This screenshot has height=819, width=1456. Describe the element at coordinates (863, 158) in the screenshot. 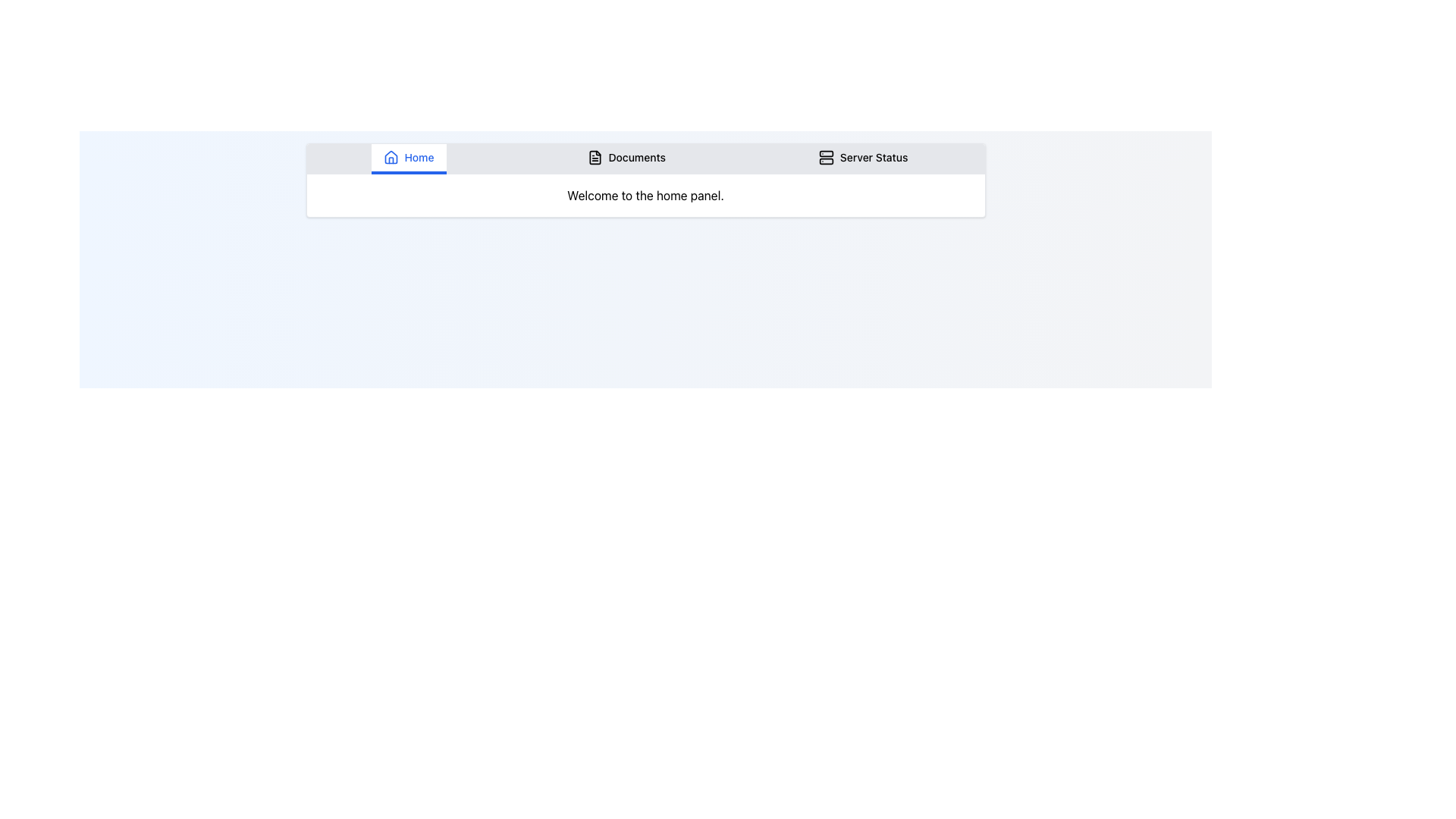

I see `the 'Server Status' button` at that location.